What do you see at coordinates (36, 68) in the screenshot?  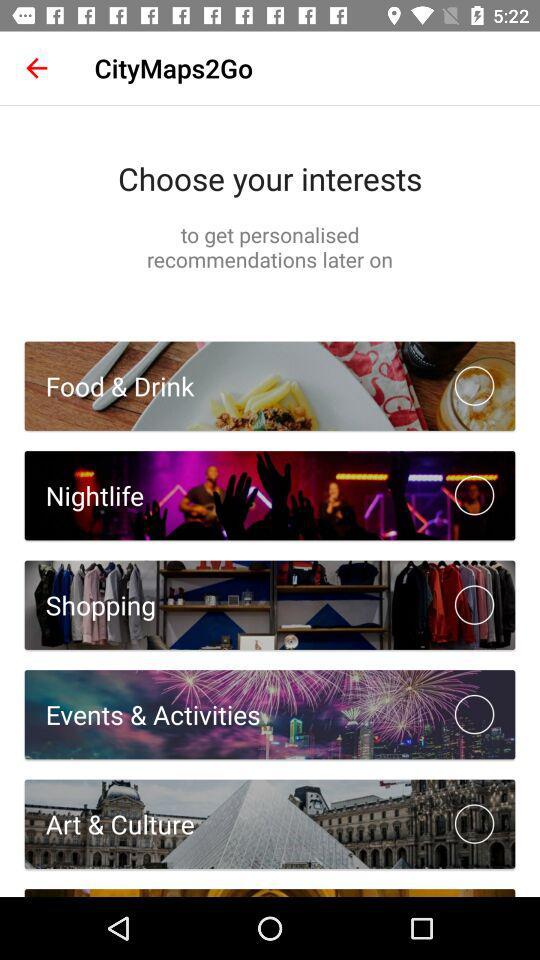 I see `item next to citymaps2go` at bounding box center [36, 68].